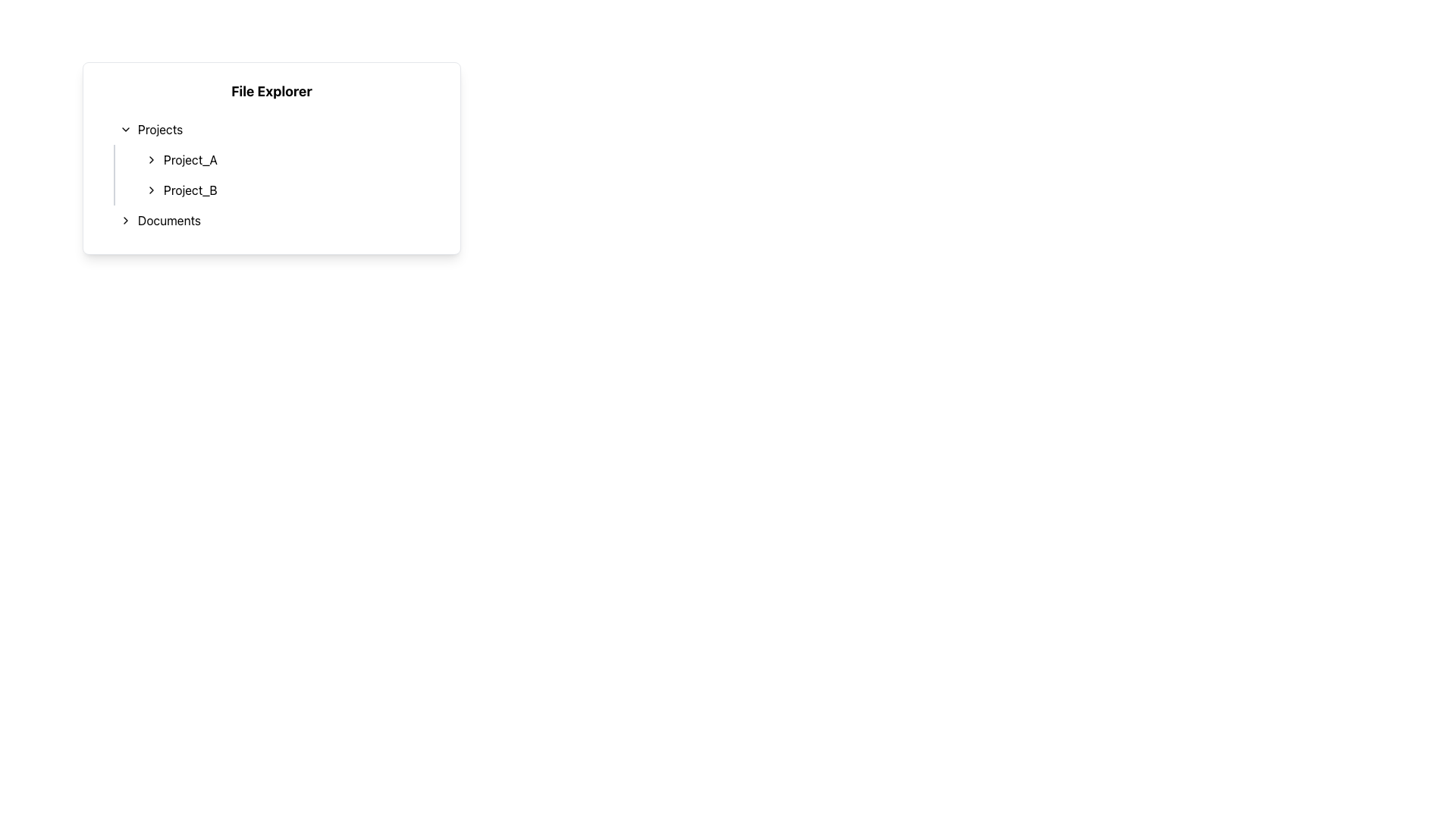 The height and width of the screenshot is (819, 1456). What do you see at coordinates (160, 128) in the screenshot?
I see `text label displaying 'Projects' located in the left sidebar under the 'File Explorer' section` at bounding box center [160, 128].